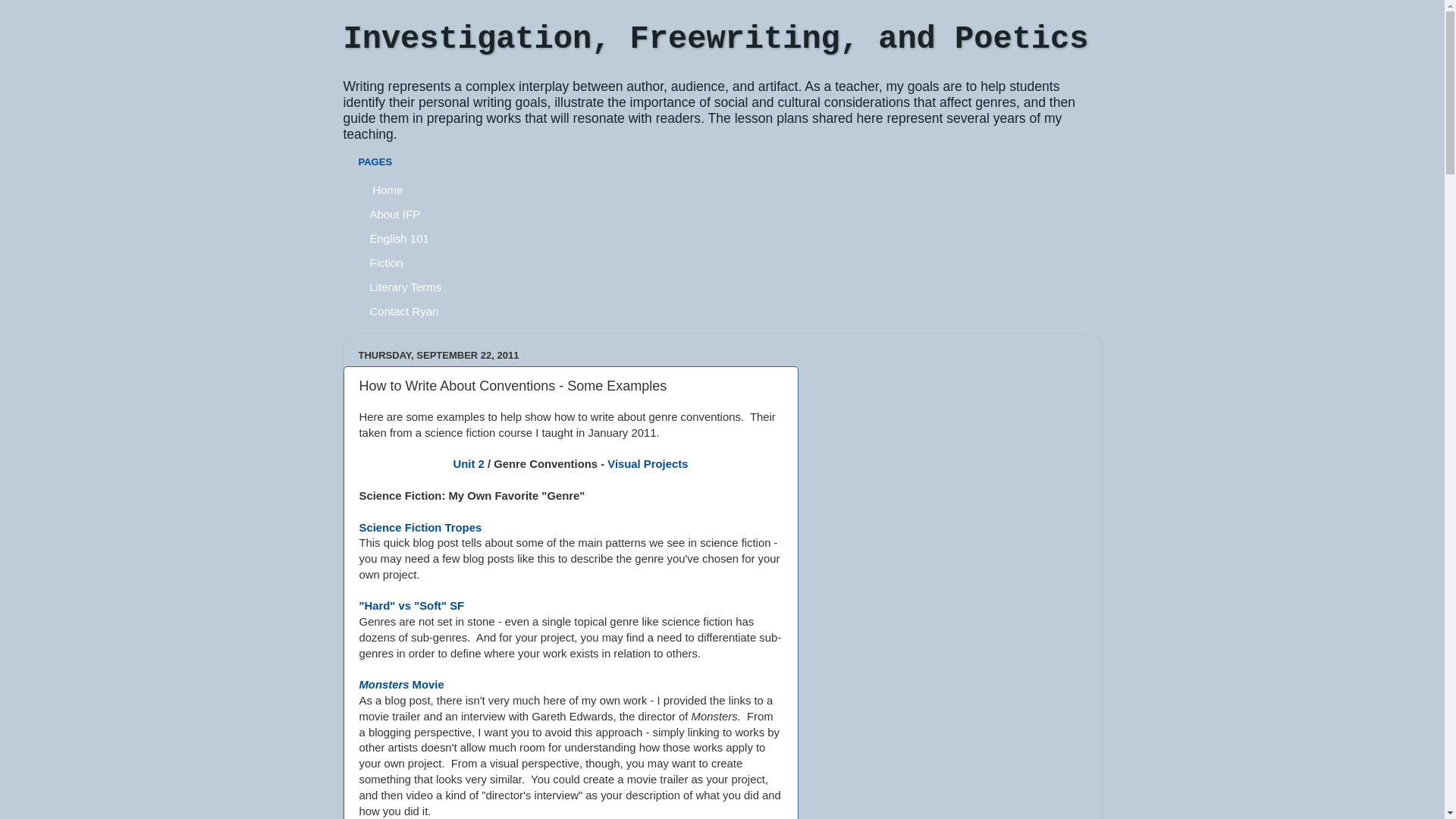  Describe the element at coordinates (359, 604) in the screenshot. I see `'"Hard" vs "Soft" SF'` at that location.